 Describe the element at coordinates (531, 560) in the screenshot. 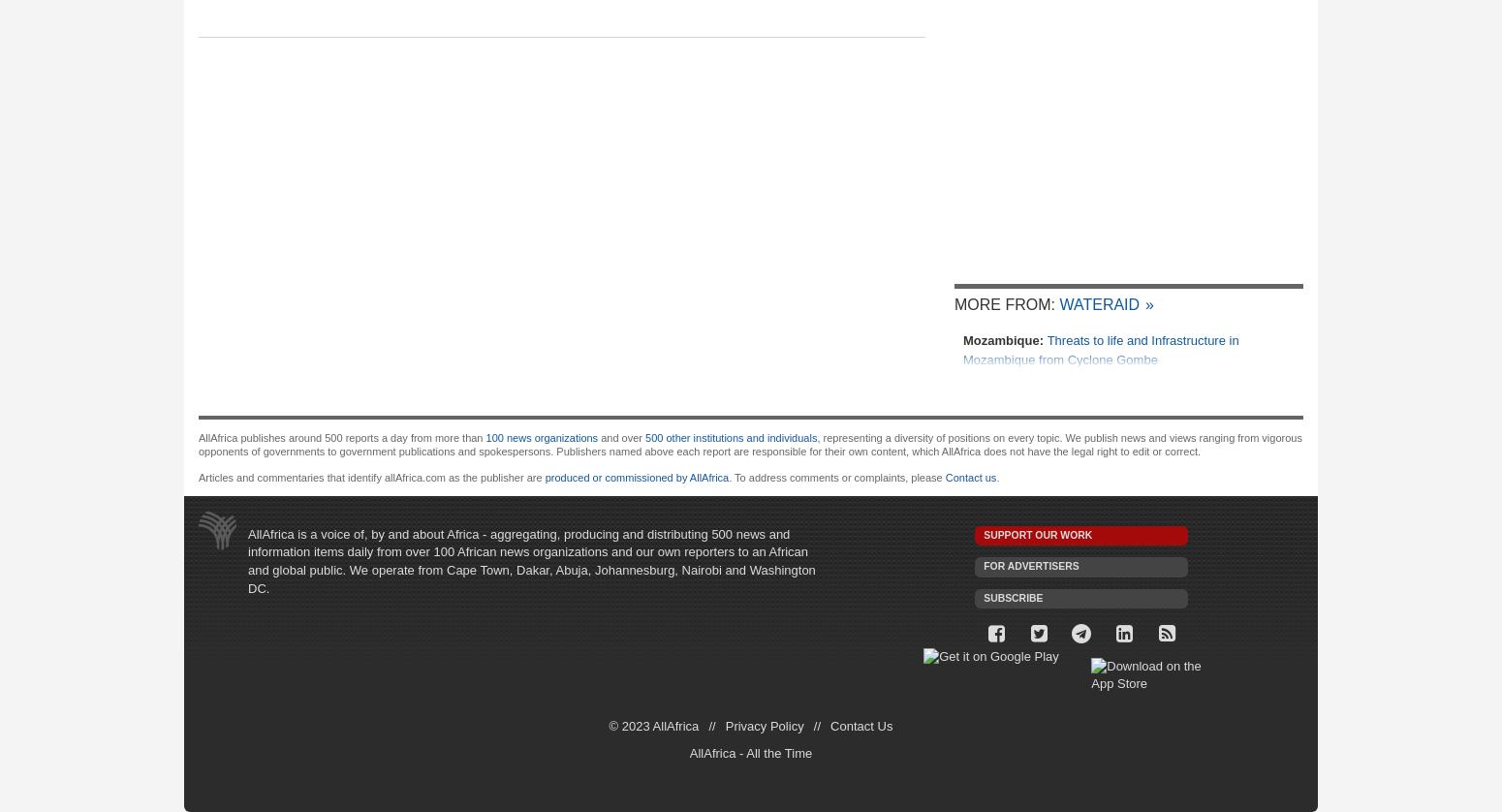

I see `'AllAfrica is a voice of, by and about Africa - aggregating, producing and distributing 500 news and information items daily from over 100 African news organizations and our own reporters to an African and global public. We operate from Cape Town, Dakar, Abuja, Johannesburg, Nairobi and Washington DC.'` at that location.